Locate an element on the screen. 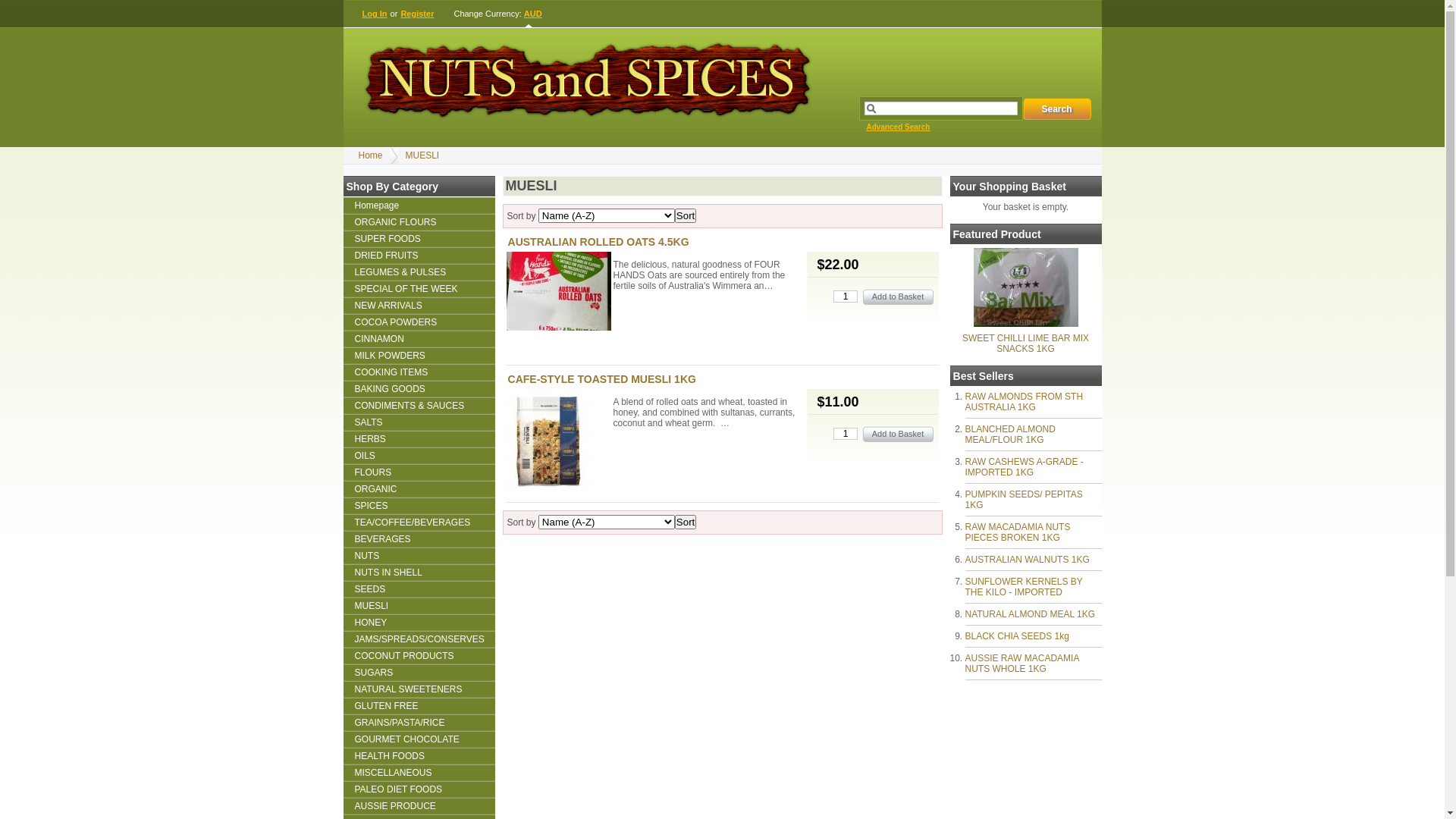 This screenshot has height=819, width=1456. 'OILS' is located at coordinates (419, 455).